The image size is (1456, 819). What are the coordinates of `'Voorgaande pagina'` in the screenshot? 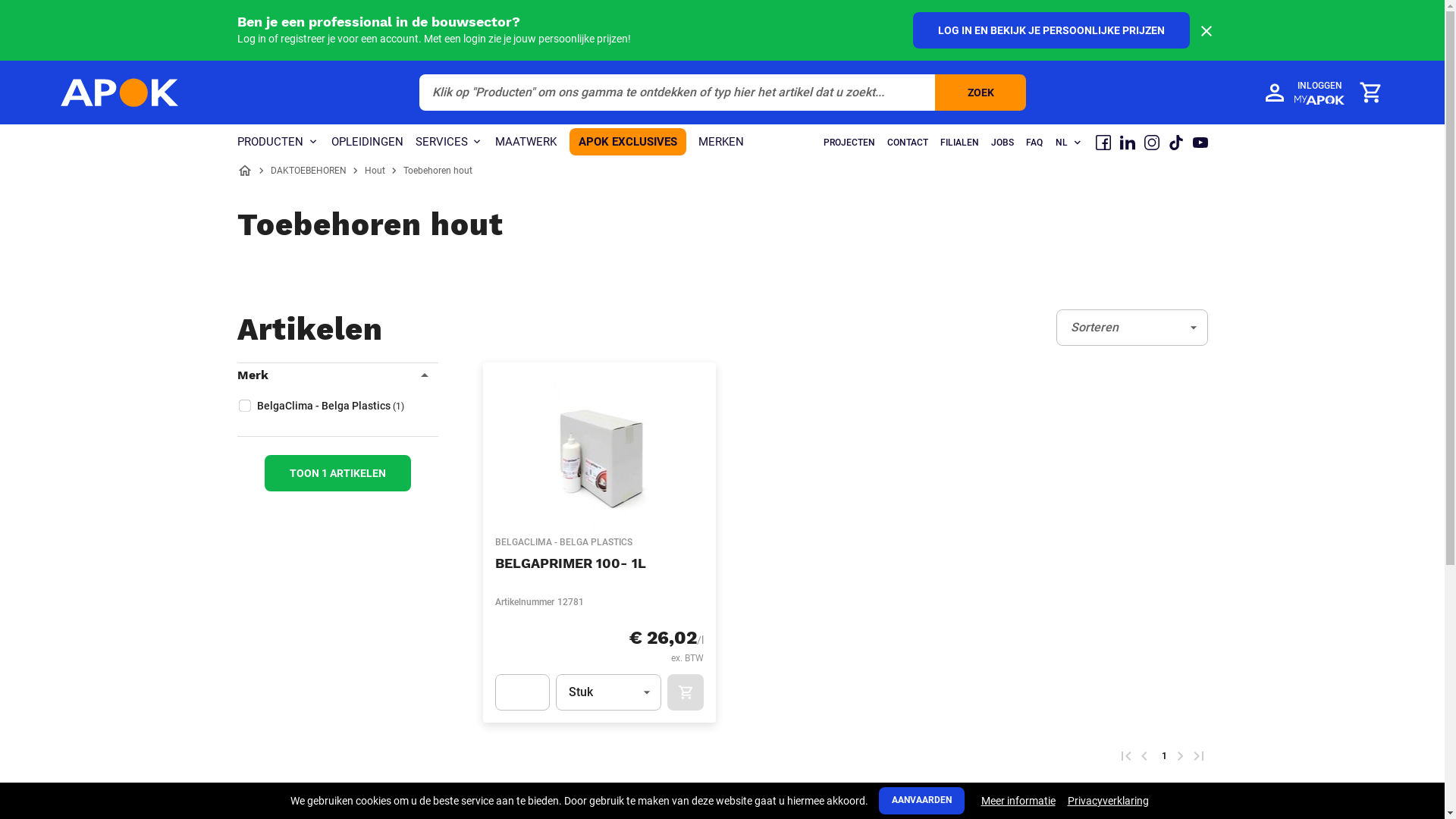 It's located at (1143, 755).